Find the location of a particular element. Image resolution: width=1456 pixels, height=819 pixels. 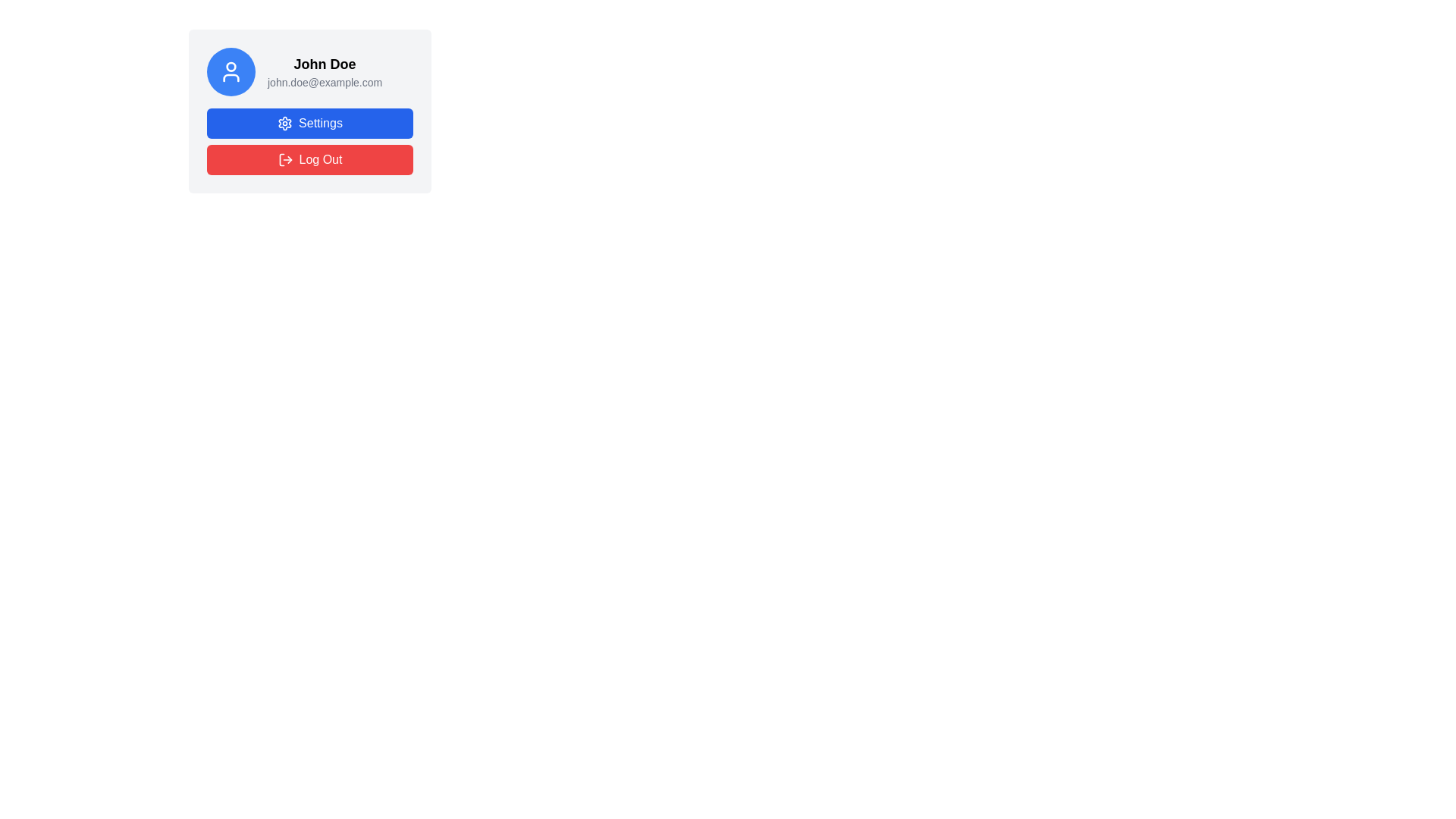

the Text label displaying the user's email address, located below the name 'John Doe' in the profile card is located at coordinates (324, 82).